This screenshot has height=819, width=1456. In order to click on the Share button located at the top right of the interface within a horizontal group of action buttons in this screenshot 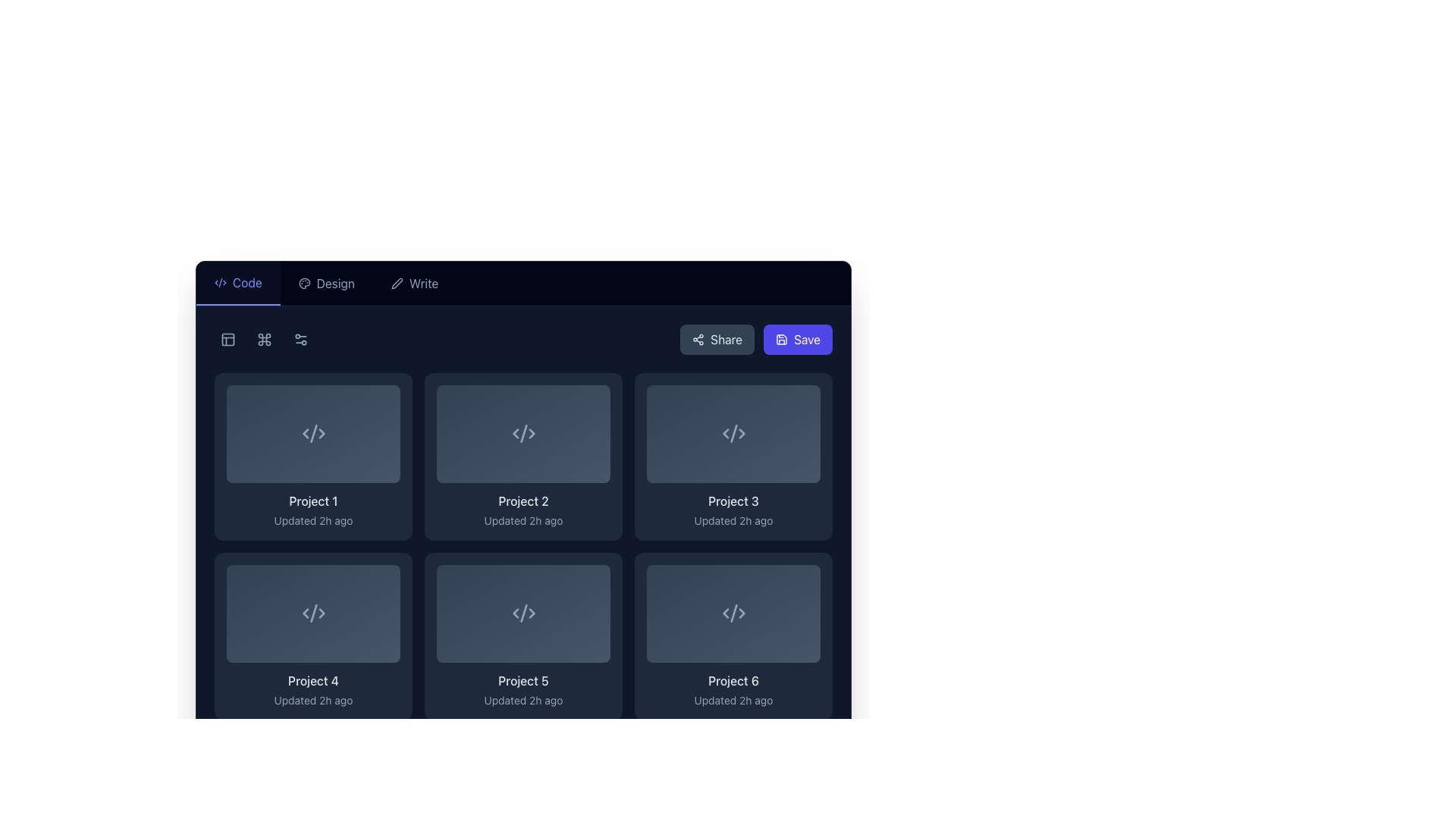, I will do `click(756, 338)`.